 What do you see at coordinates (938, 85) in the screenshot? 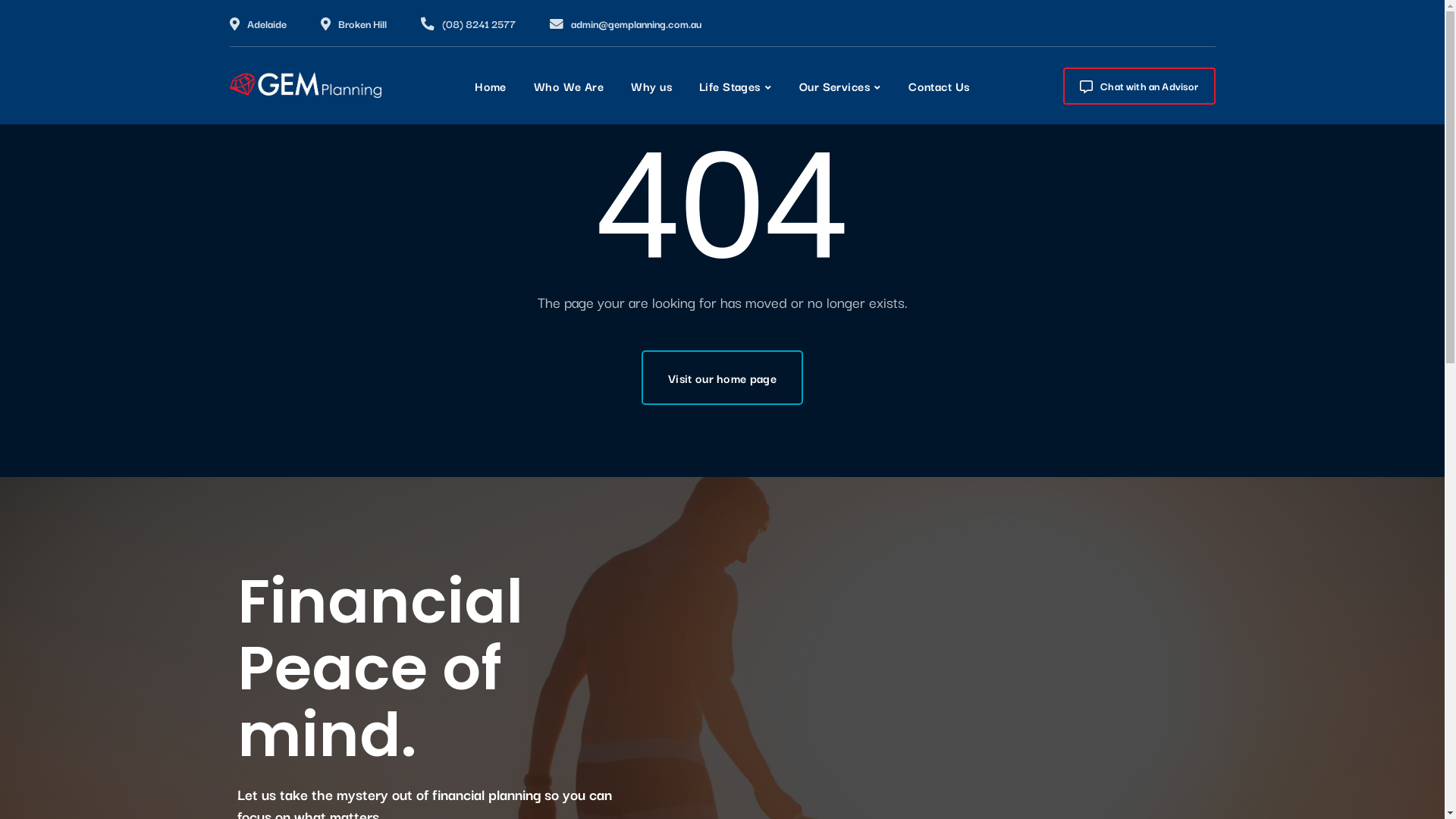
I see `'Contact Us'` at bounding box center [938, 85].